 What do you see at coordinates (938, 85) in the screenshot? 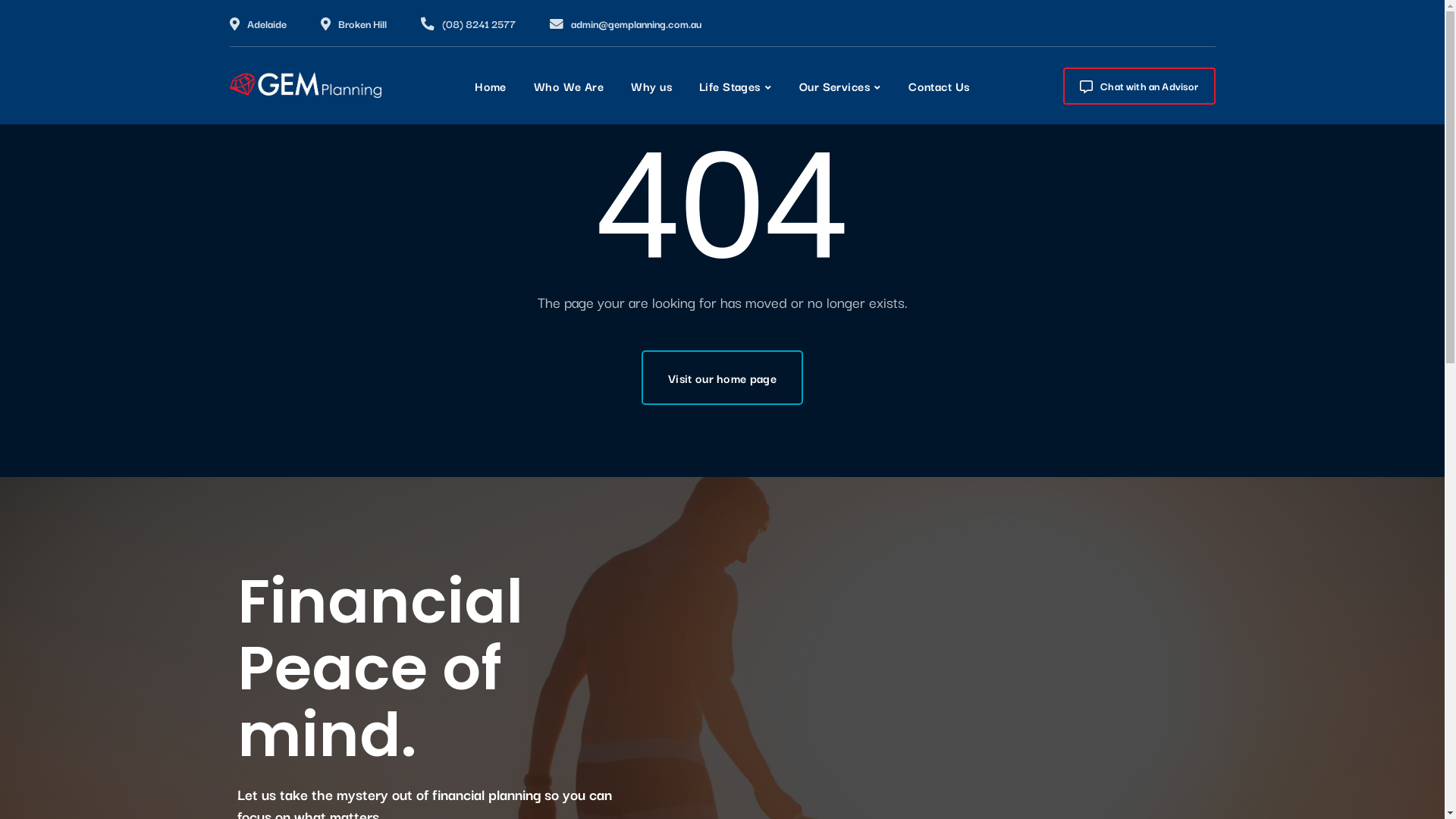
I see `'Contact Us'` at bounding box center [938, 85].